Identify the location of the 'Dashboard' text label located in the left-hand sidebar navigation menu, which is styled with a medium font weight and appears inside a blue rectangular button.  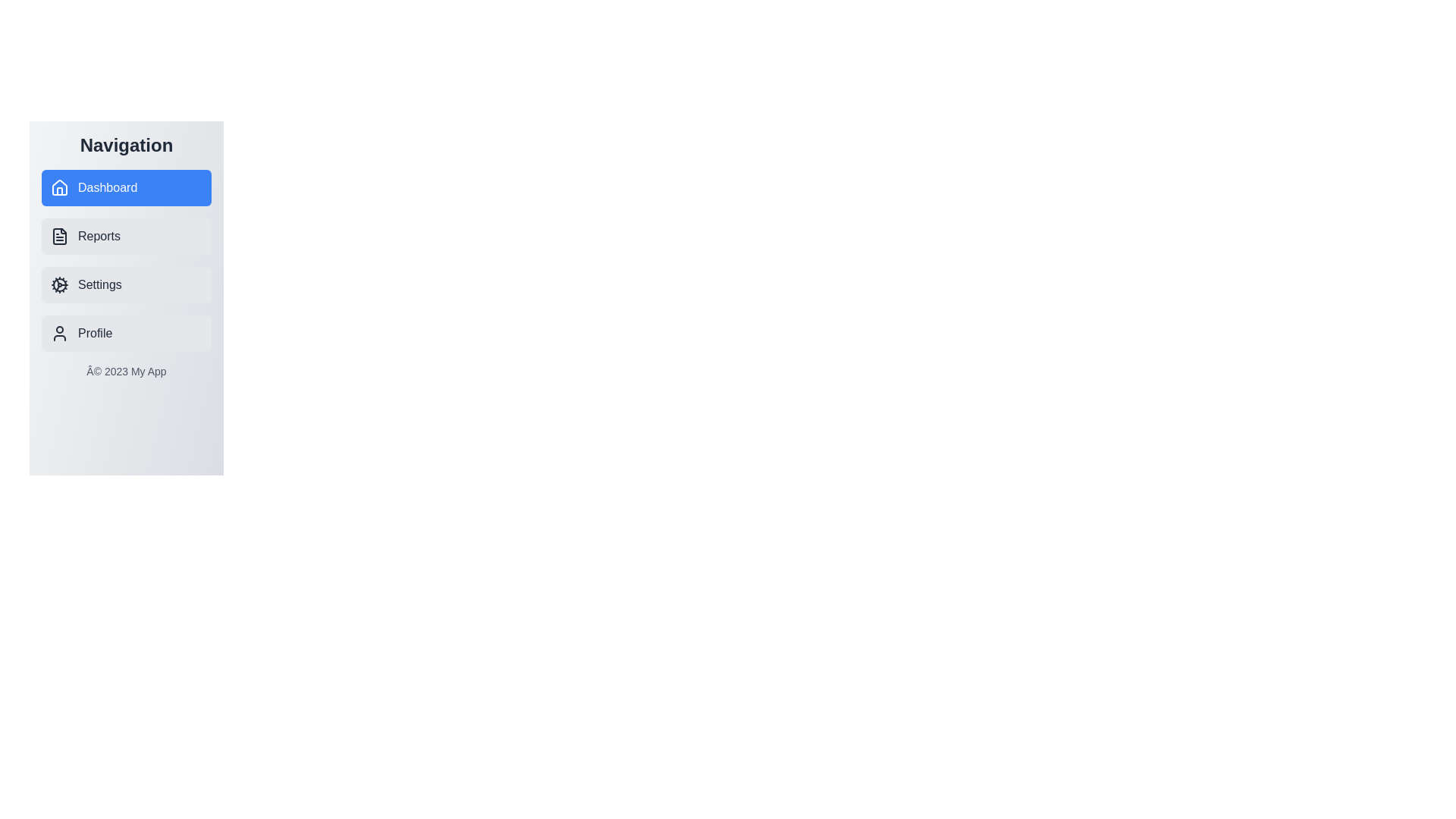
(107, 187).